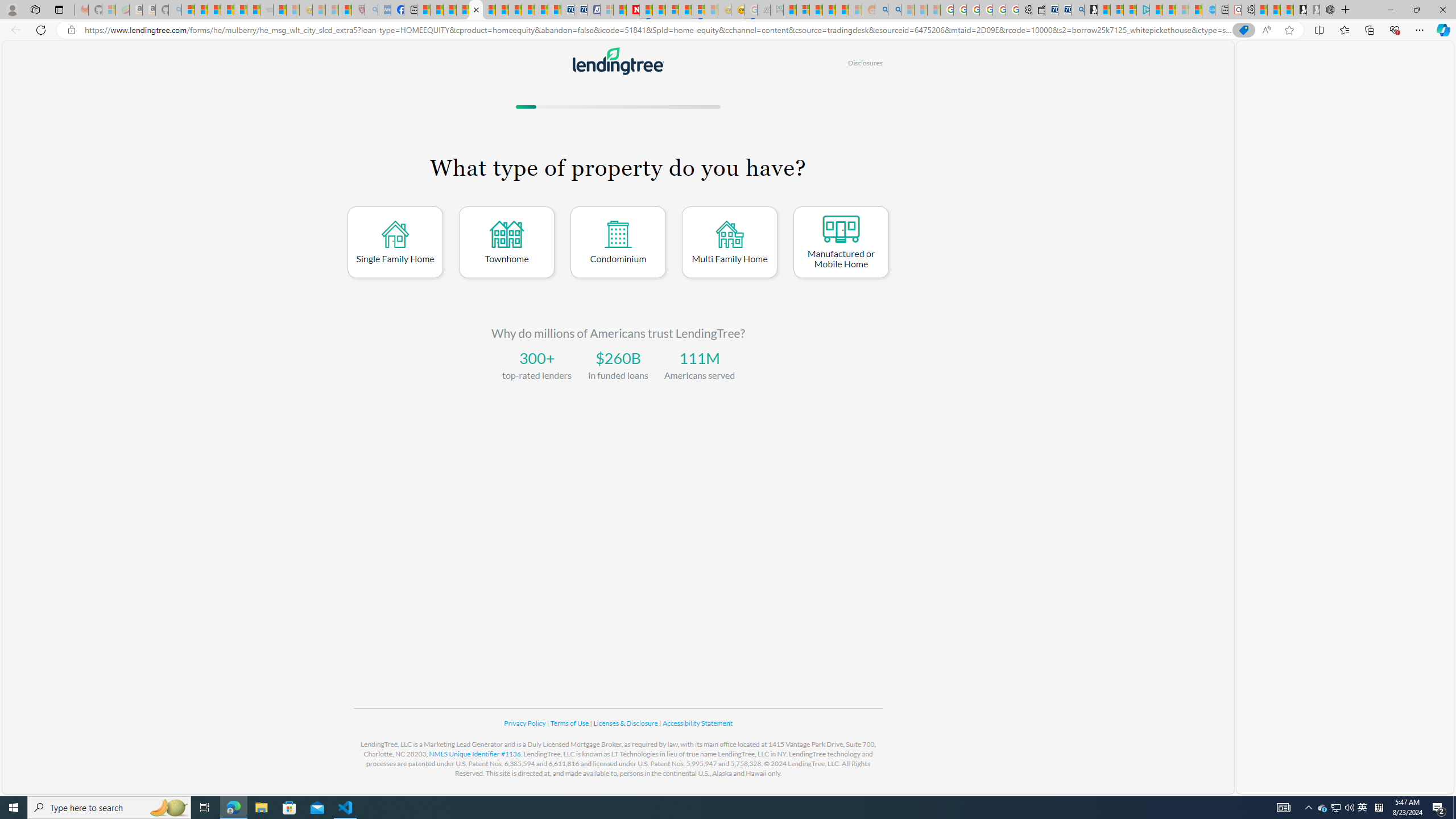  I want to click on 'The Weather Channel - MSN', so click(213, 9).